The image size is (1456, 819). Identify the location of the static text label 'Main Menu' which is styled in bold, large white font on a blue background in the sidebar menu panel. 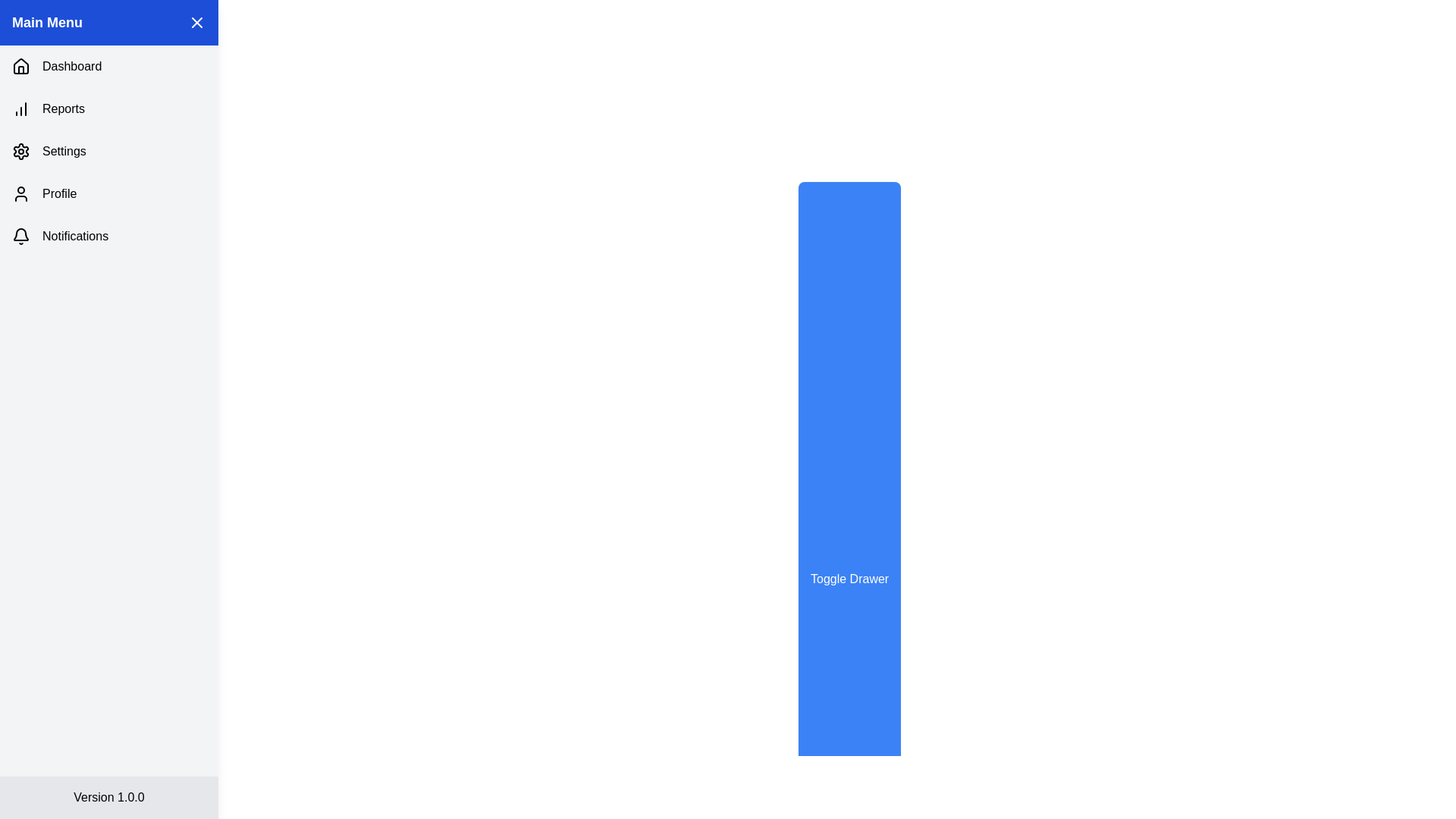
(47, 23).